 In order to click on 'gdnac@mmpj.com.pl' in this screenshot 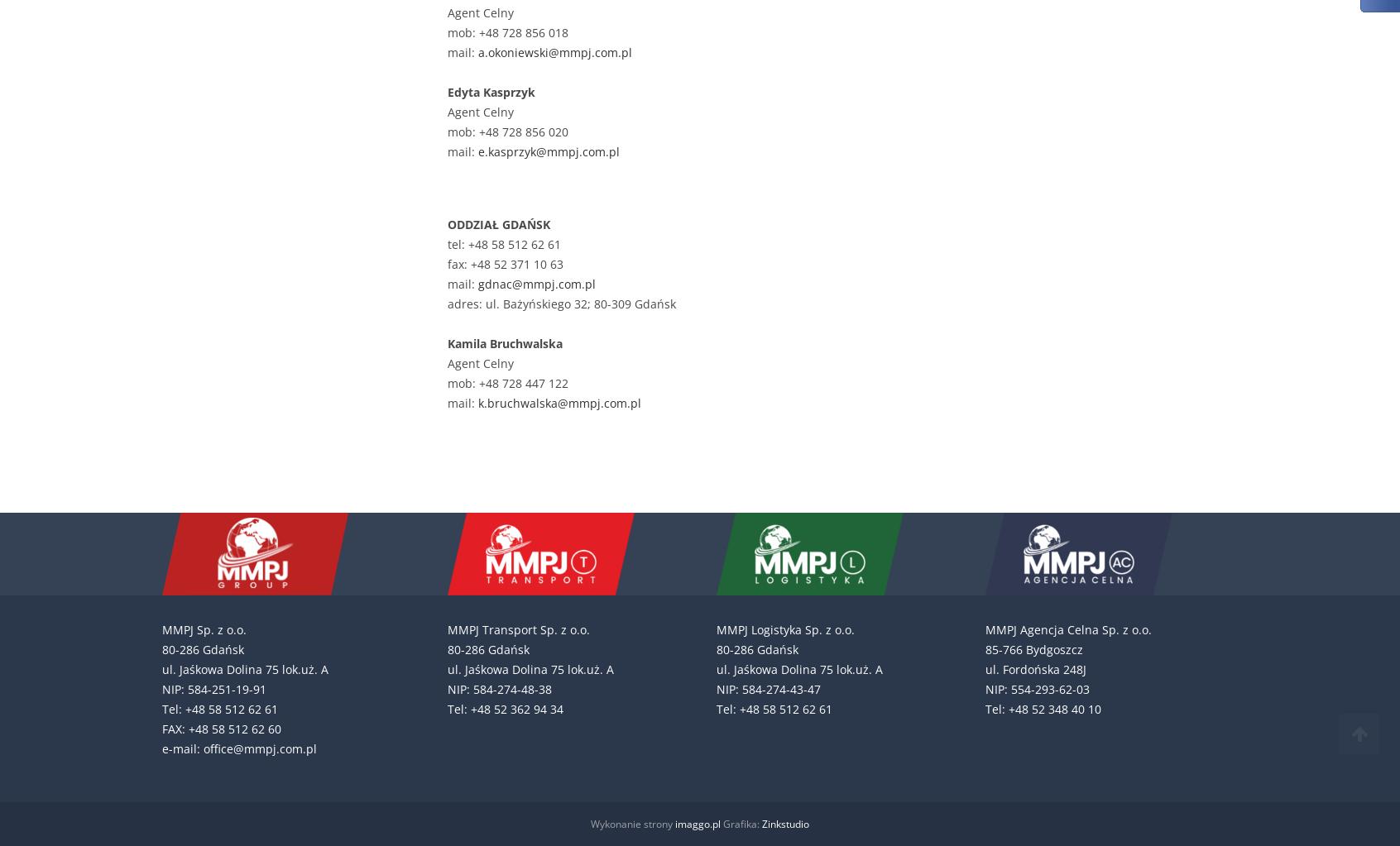, I will do `click(537, 284)`.